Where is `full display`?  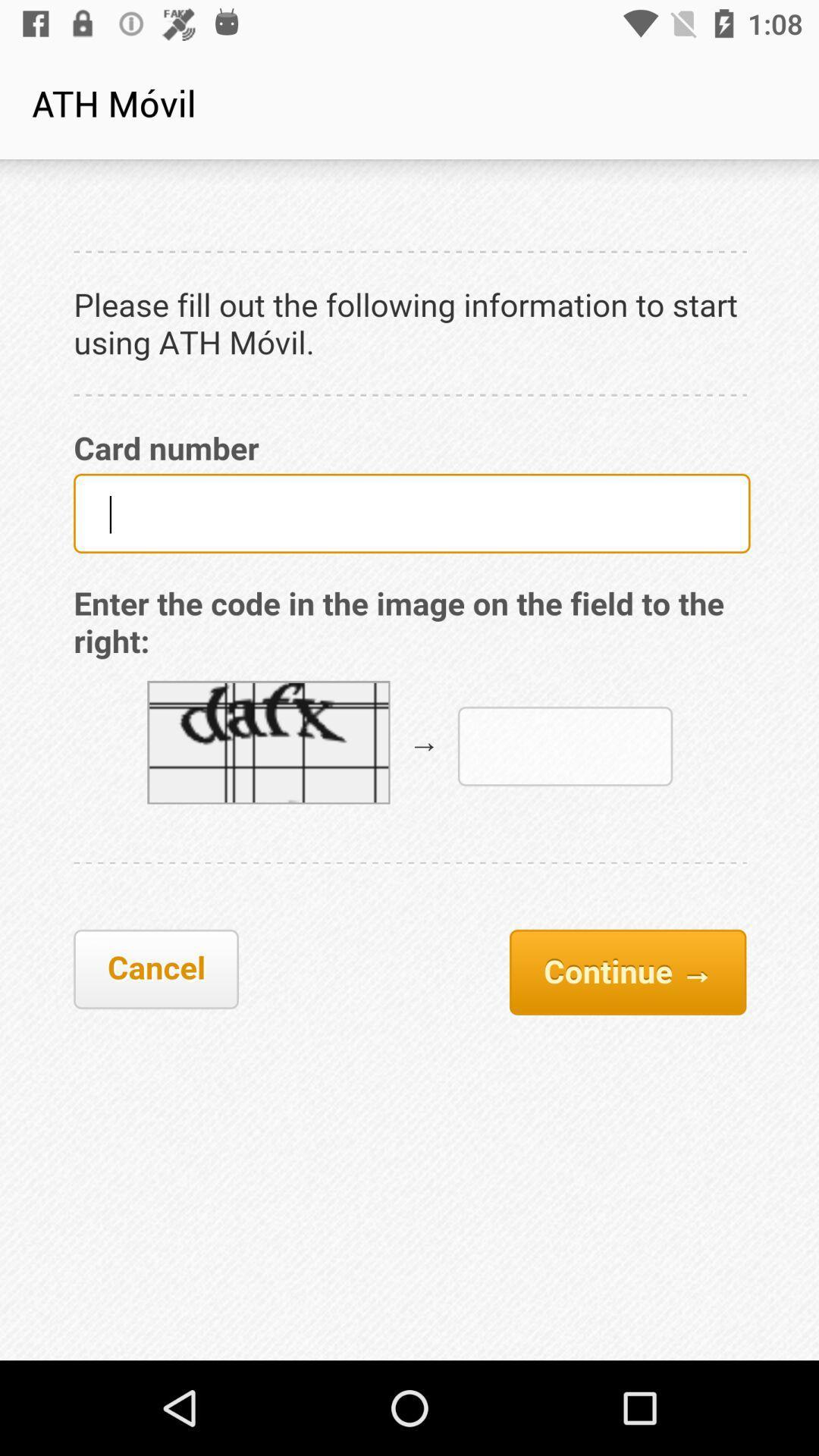 full display is located at coordinates (409, 760).